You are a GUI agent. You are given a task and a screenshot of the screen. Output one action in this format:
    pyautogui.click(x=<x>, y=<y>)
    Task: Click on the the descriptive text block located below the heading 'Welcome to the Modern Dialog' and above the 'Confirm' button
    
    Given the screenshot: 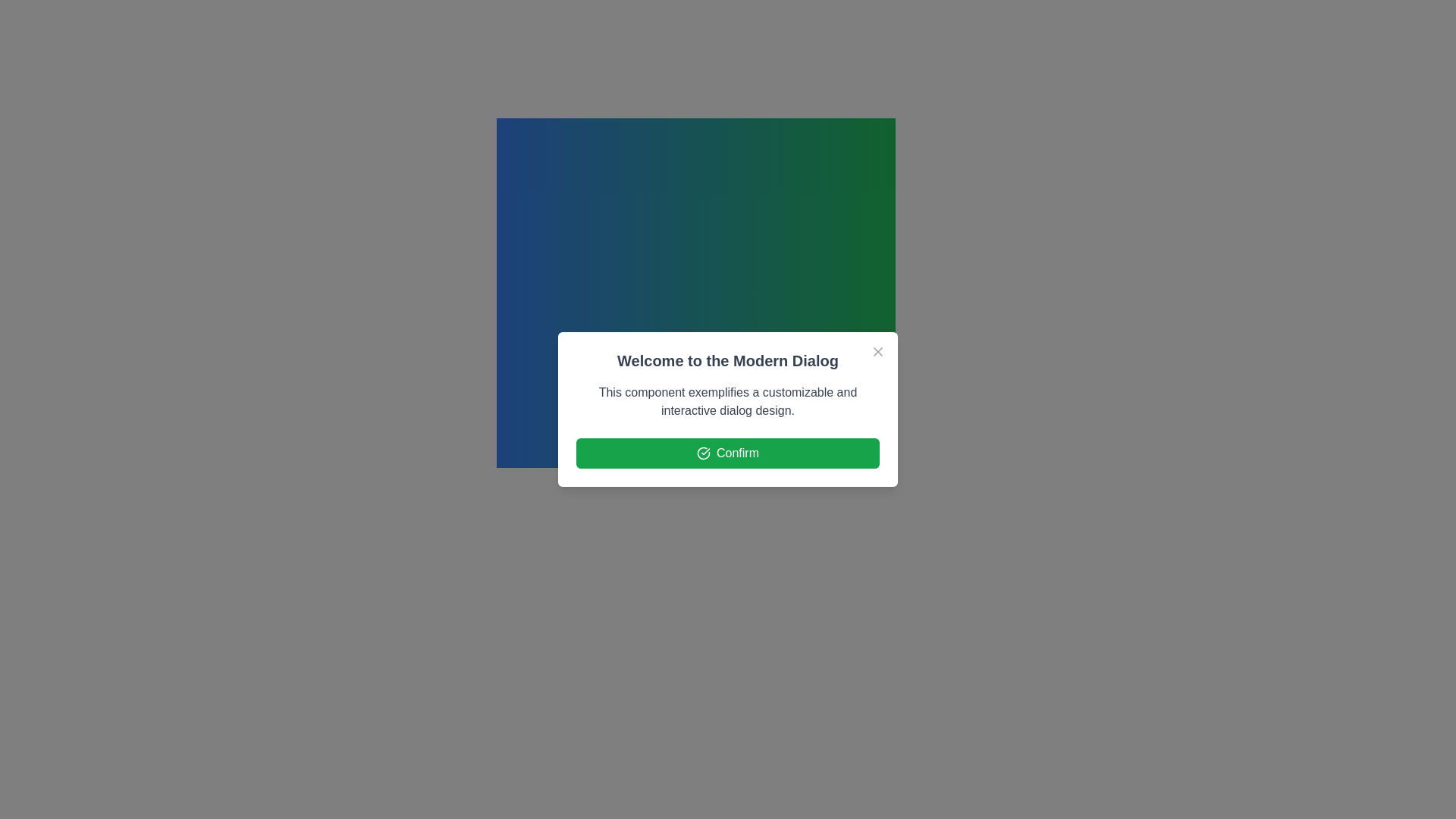 What is the action you would take?
    pyautogui.click(x=728, y=400)
    